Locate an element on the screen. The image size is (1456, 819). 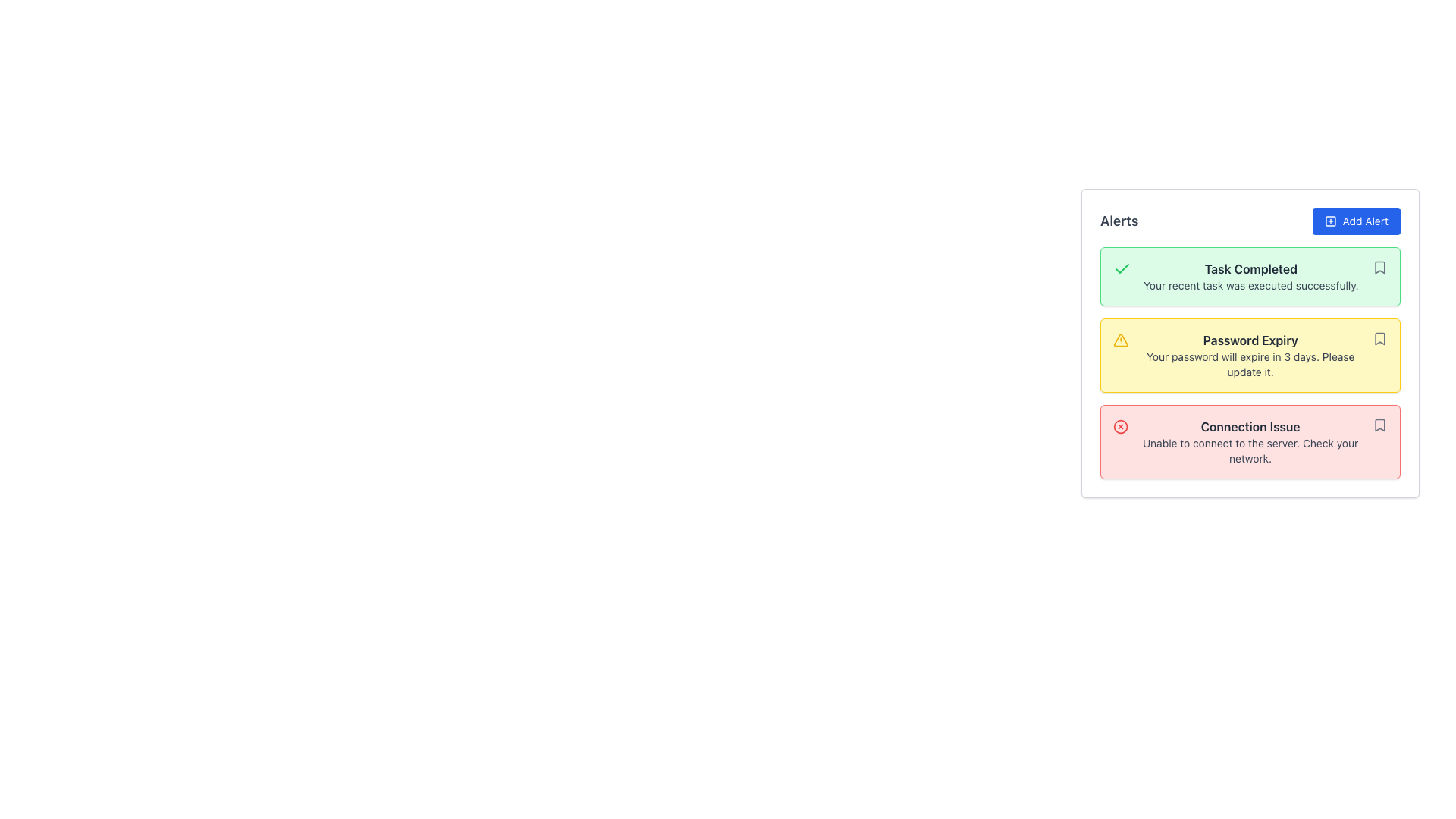
the leftmost icon in the red notification bar labeled 'Connection Issue' in the third row of the alert list, which indicates an issue or error related to the notification is located at coordinates (1121, 427).